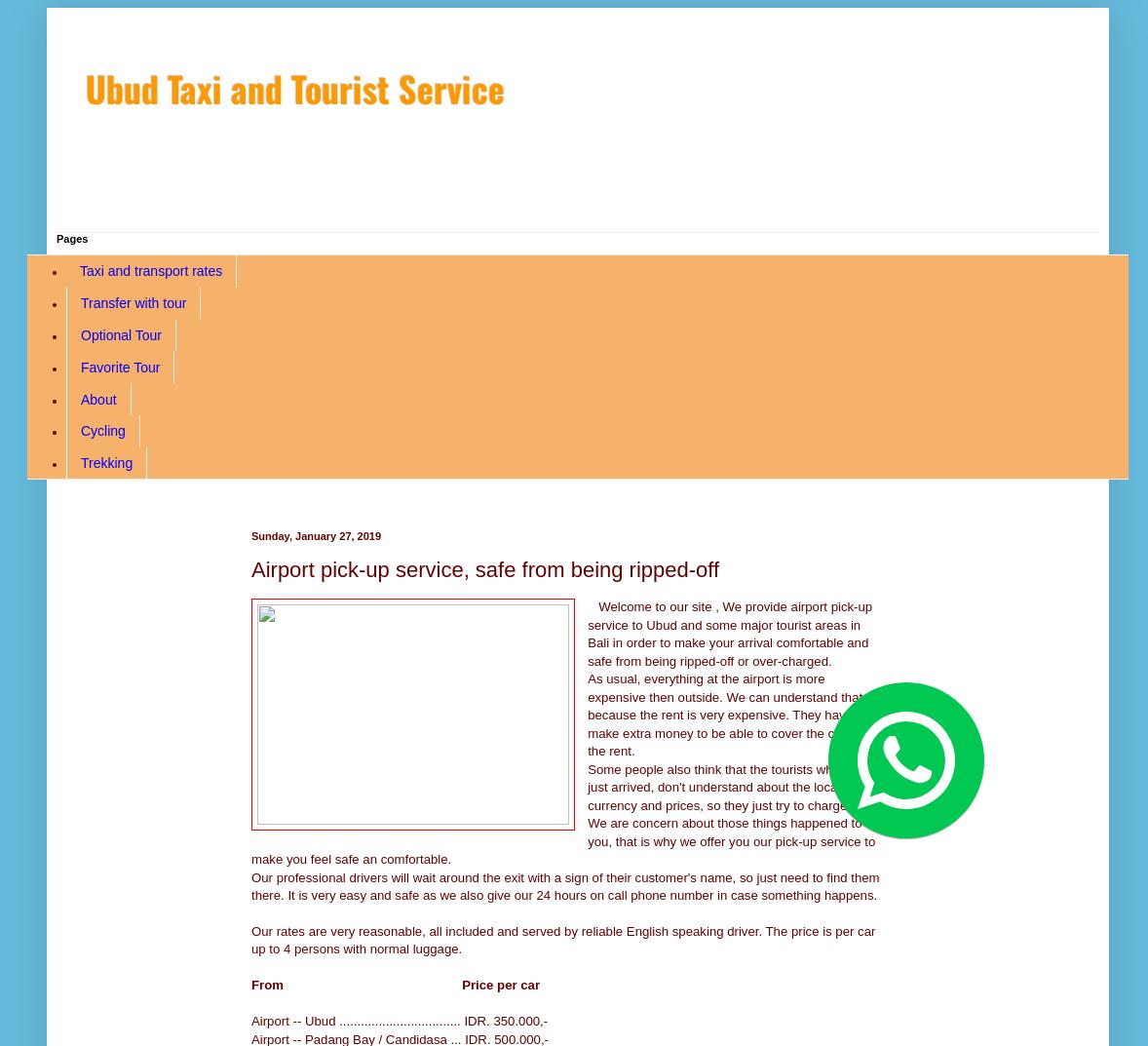 This screenshot has width=1148, height=1046. I want to click on 'Optional Tour', so click(120, 334).